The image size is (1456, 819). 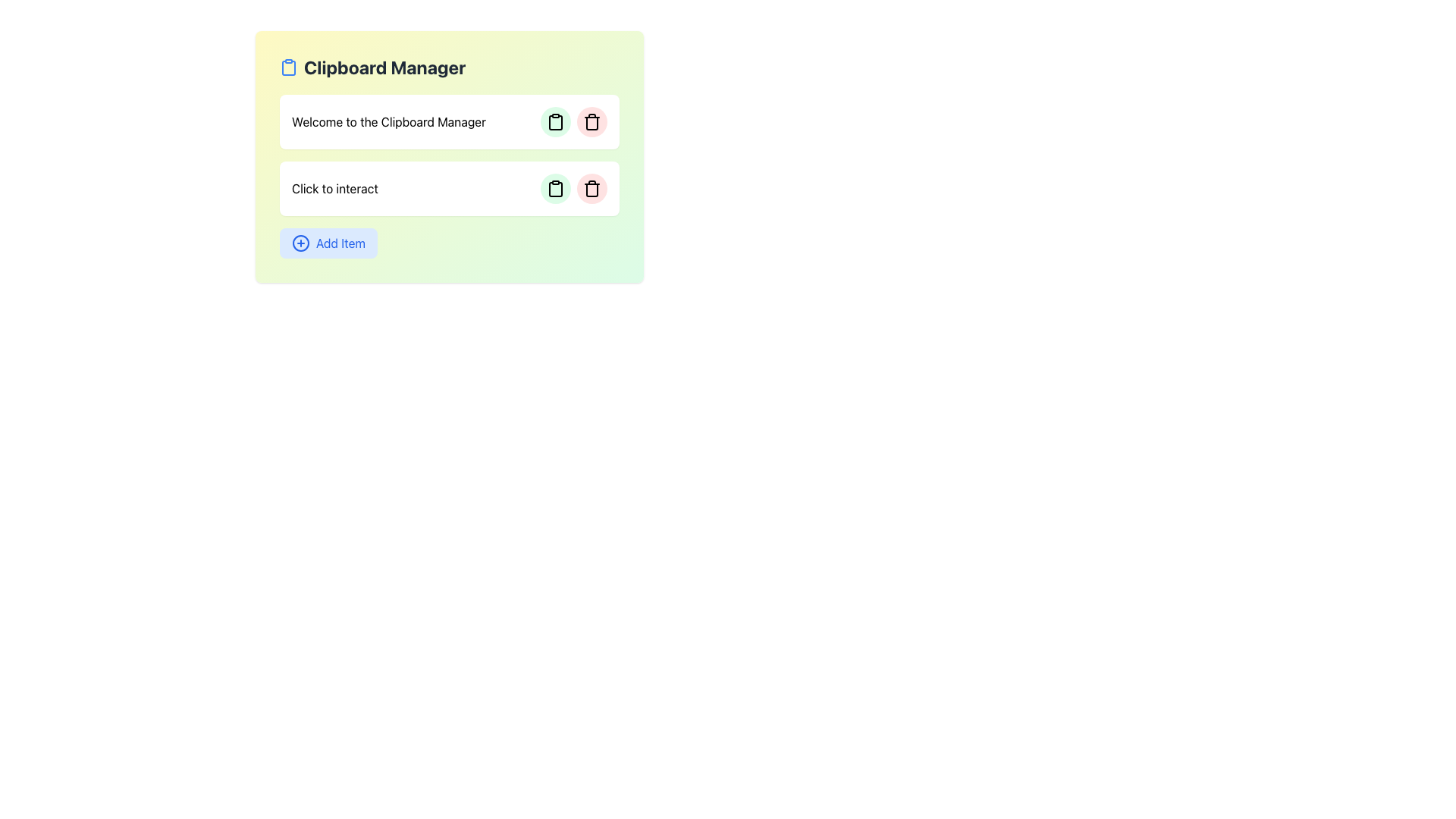 What do you see at coordinates (301, 242) in the screenshot?
I see `the SVG-based icon within the 'Add Item' button, located on the leftmost side of the button, next to the text label` at bounding box center [301, 242].